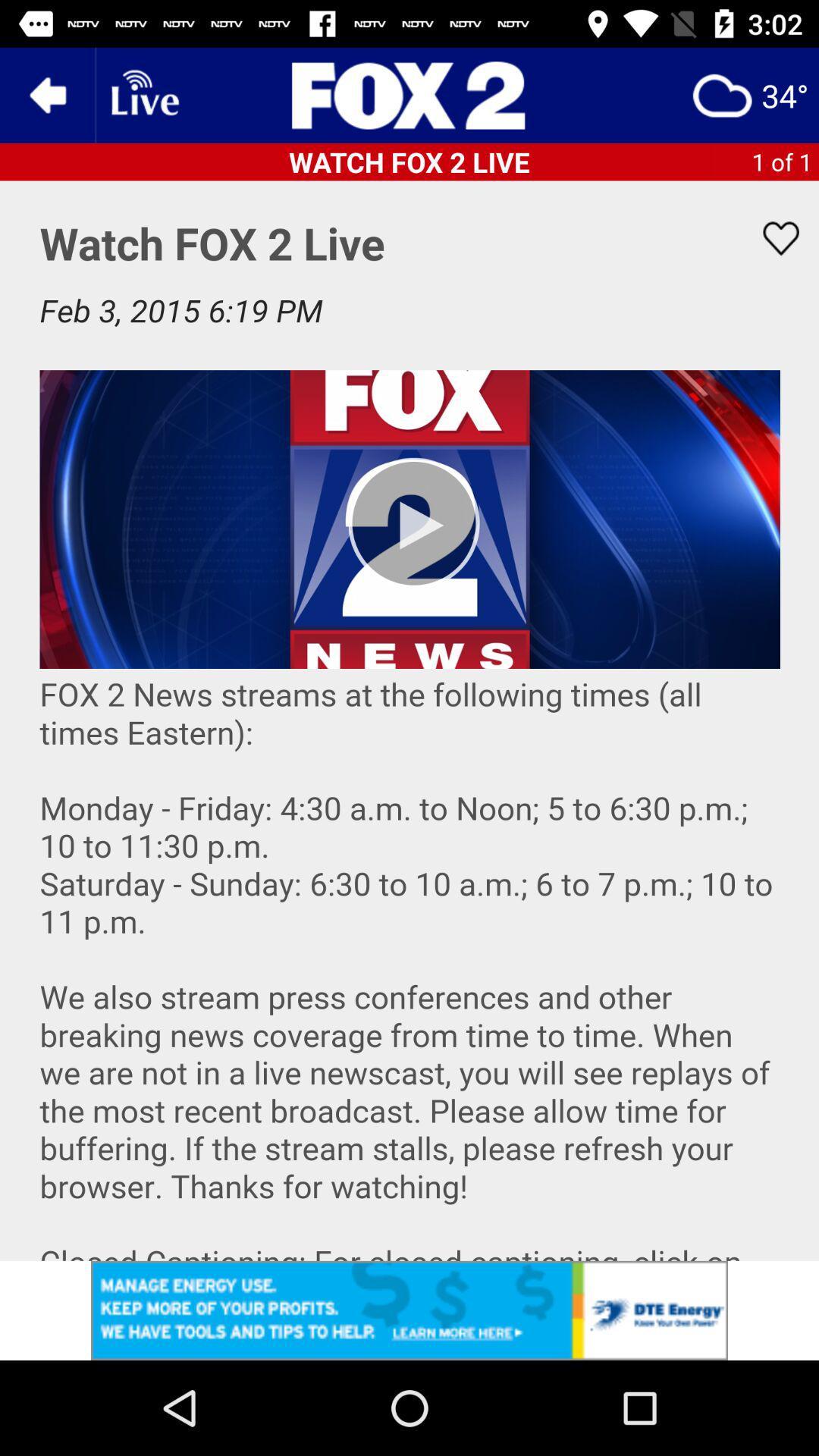  Describe the element at coordinates (409, 94) in the screenshot. I see `advertisement` at that location.